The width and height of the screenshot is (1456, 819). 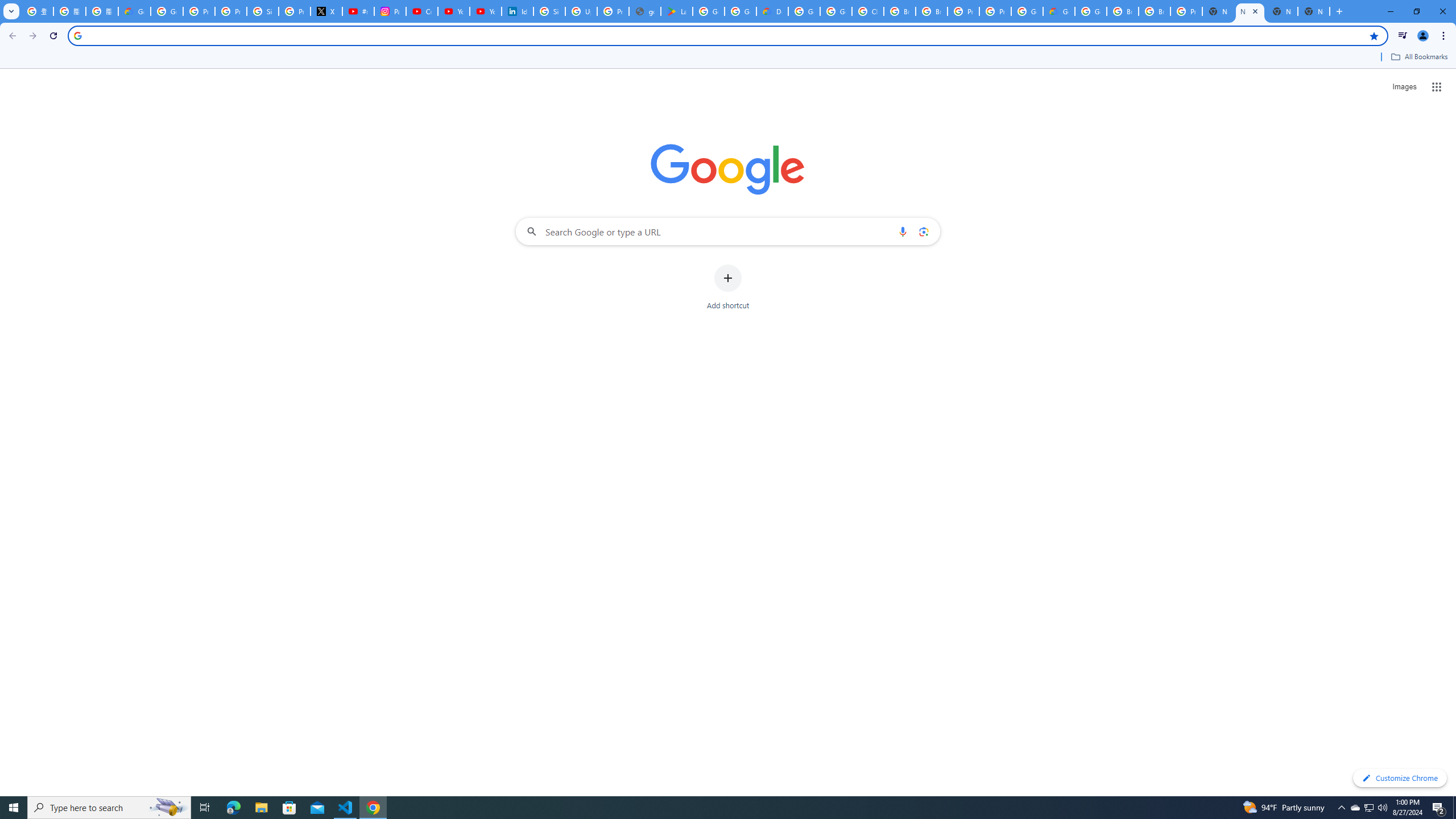 What do you see at coordinates (676, 11) in the screenshot?
I see `'Last Shelter: Survival - Apps on Google Play'` at bounding box center [676, 11].